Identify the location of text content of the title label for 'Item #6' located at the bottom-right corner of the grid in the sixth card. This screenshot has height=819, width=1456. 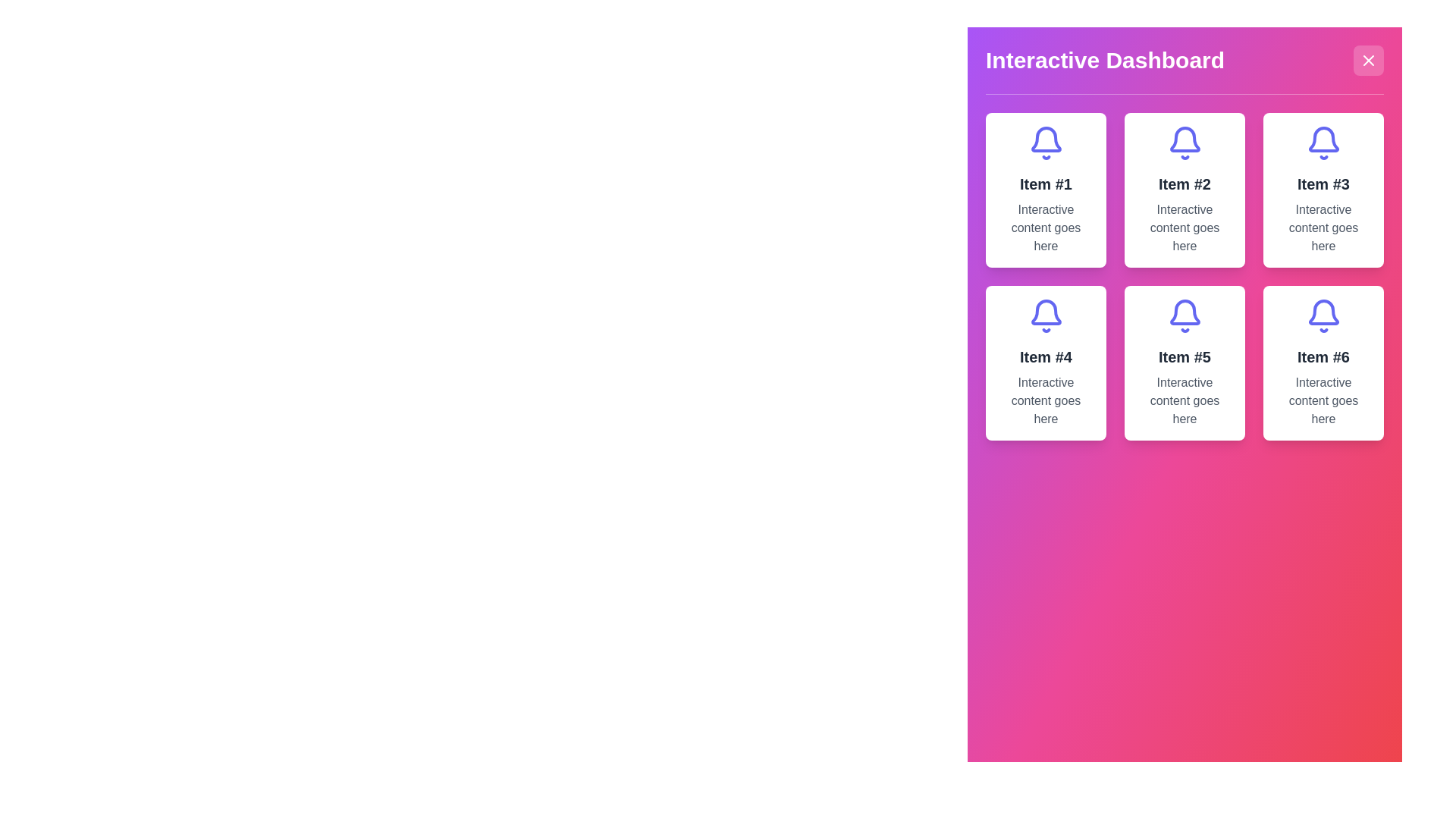
(1323, 356).